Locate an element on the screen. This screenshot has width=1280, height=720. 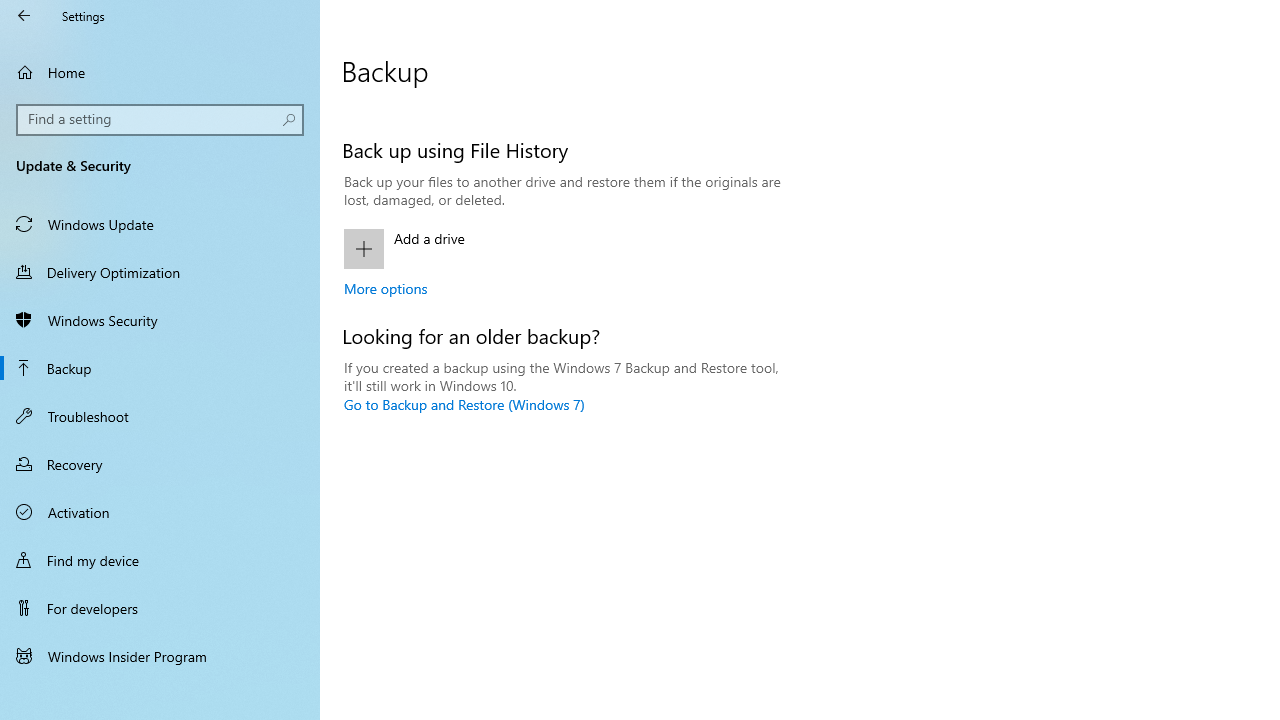
'More options' is located at coordinates (385, 288).